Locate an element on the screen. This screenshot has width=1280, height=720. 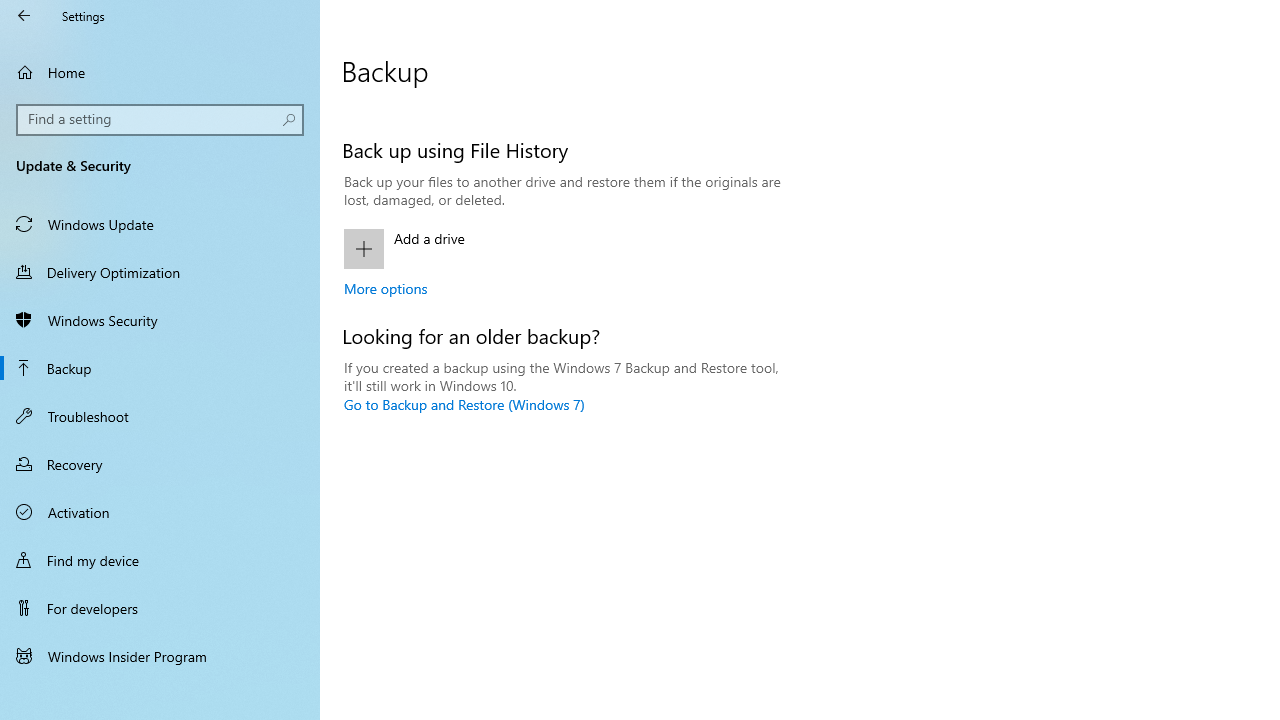
'More options' is located at coordinates (385, 288).